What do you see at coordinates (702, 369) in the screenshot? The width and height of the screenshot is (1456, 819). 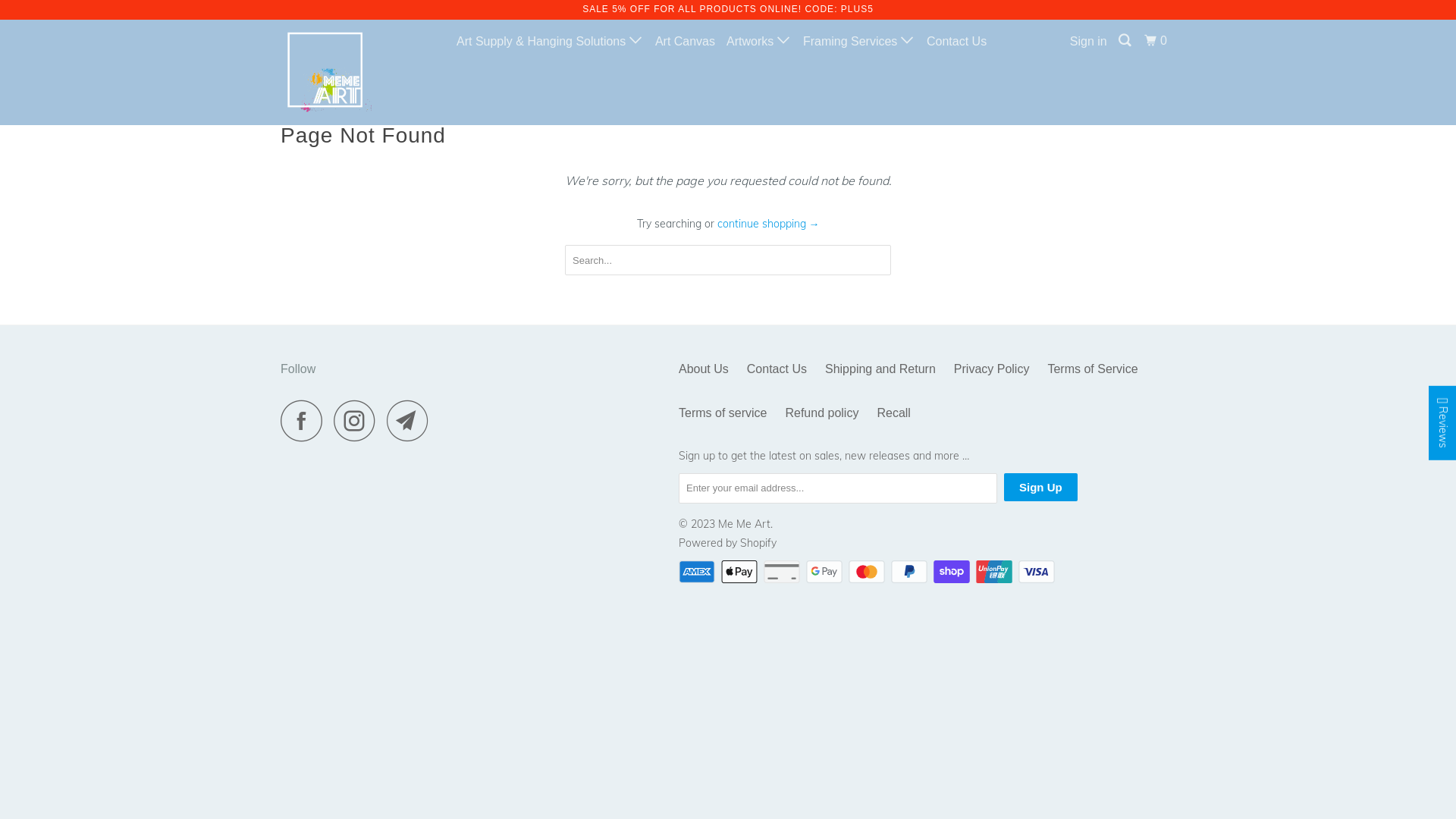 I see `'About Us'` at bounding box center [702, 369].